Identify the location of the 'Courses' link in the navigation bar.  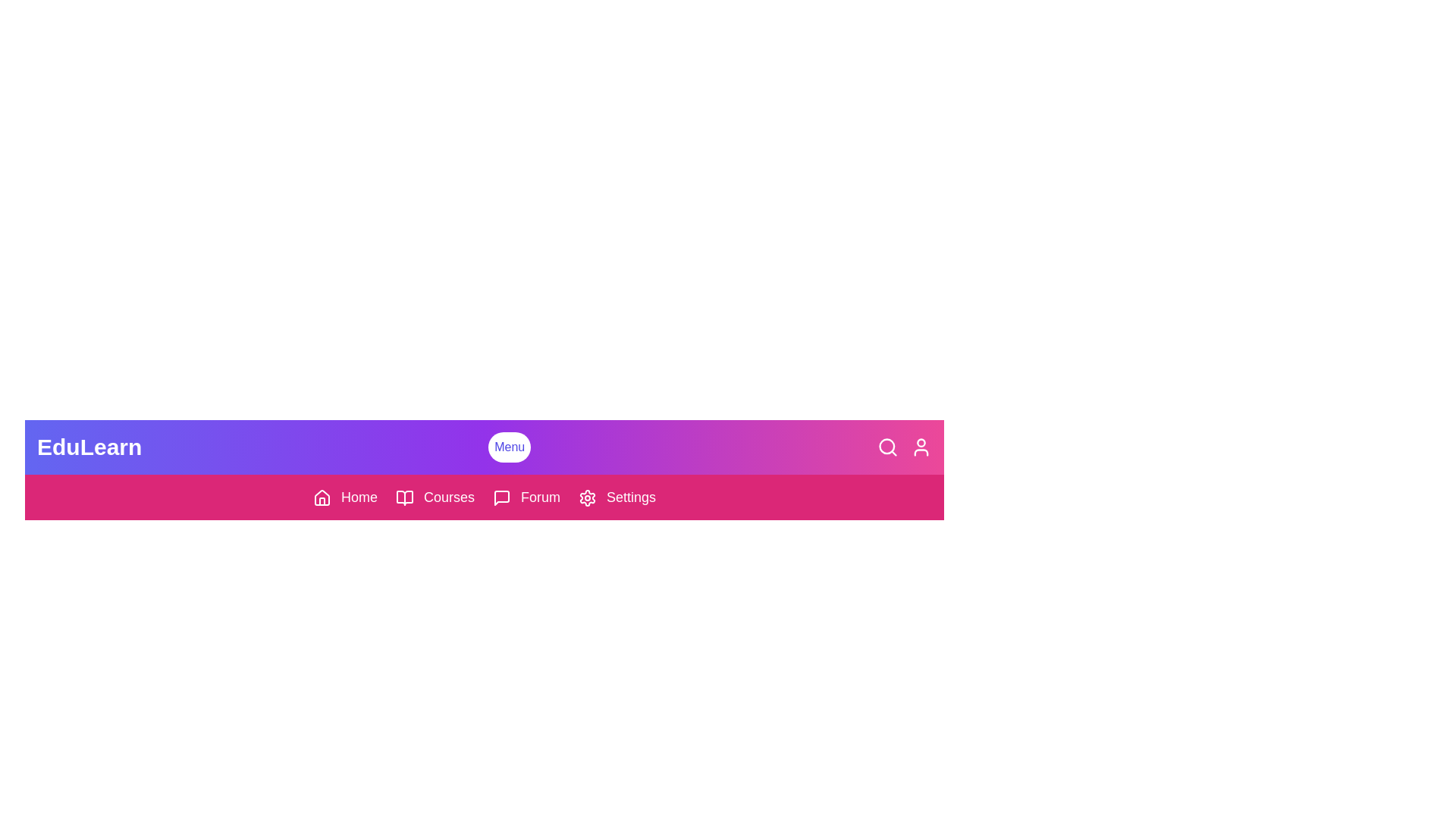
(434, 497).